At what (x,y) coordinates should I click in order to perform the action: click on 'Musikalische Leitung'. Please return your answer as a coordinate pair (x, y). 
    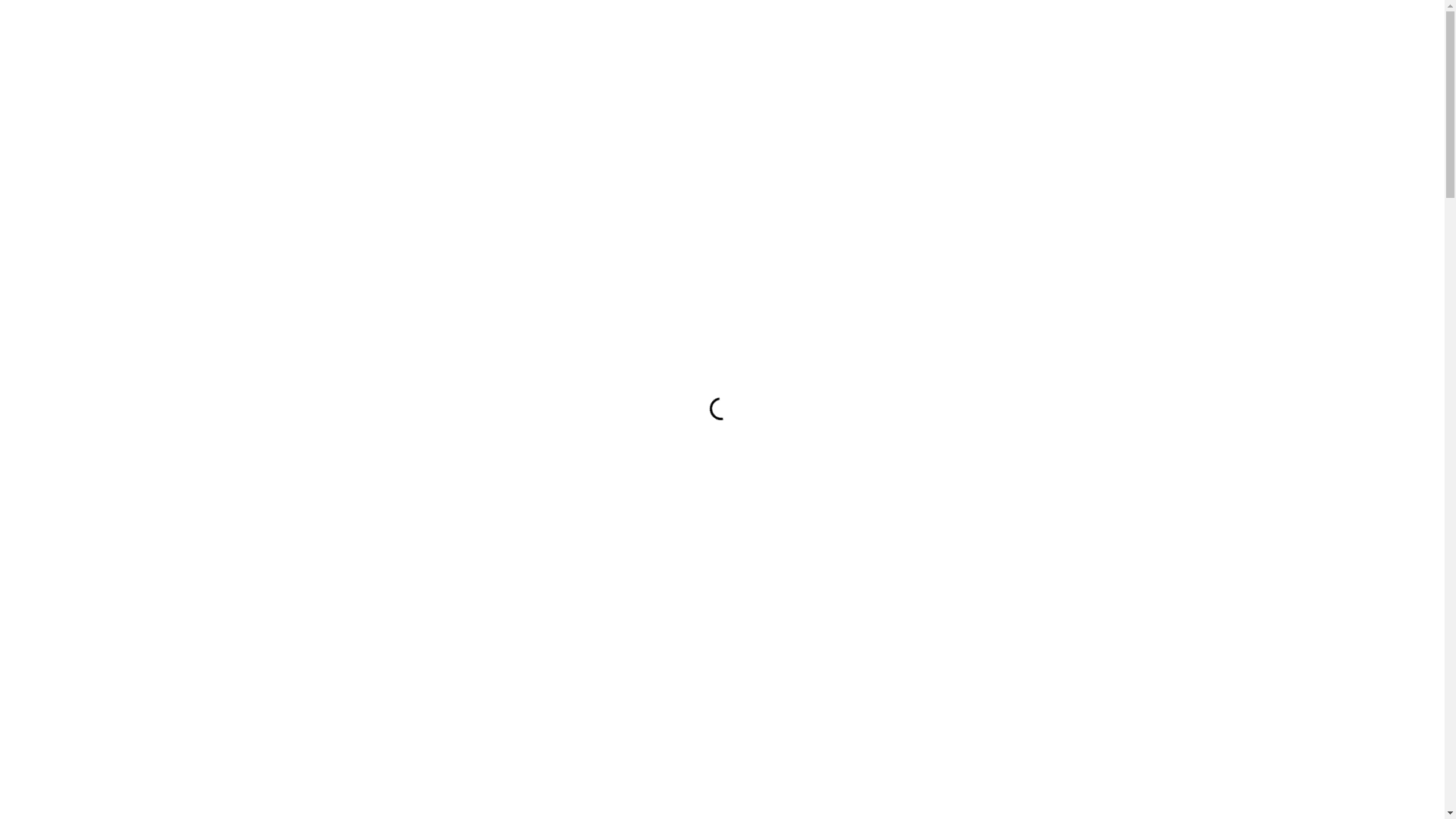
    Looking at the image, I should click on (67, 86).